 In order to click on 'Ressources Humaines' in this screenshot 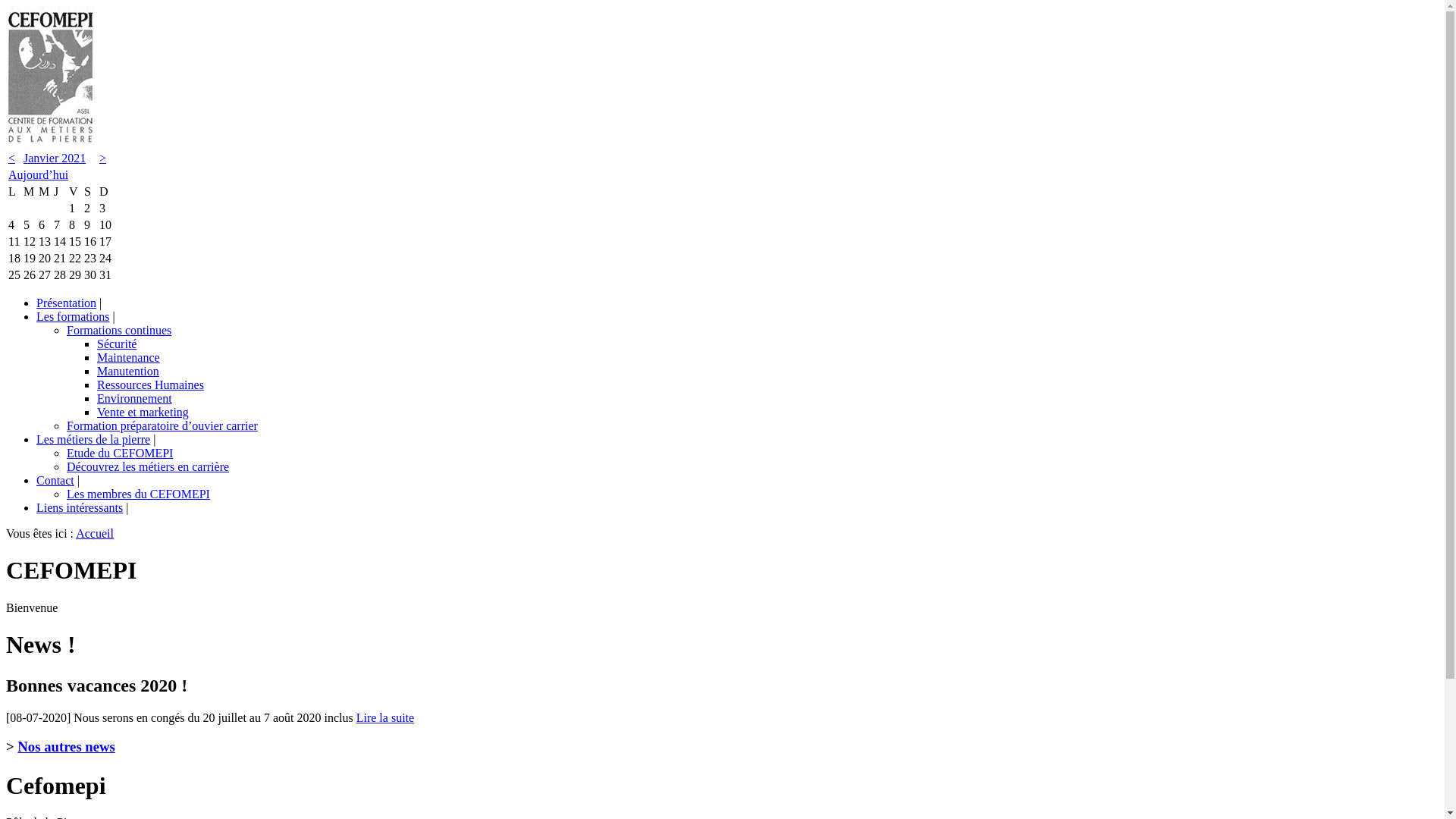, I will do `click(150, 384)`.